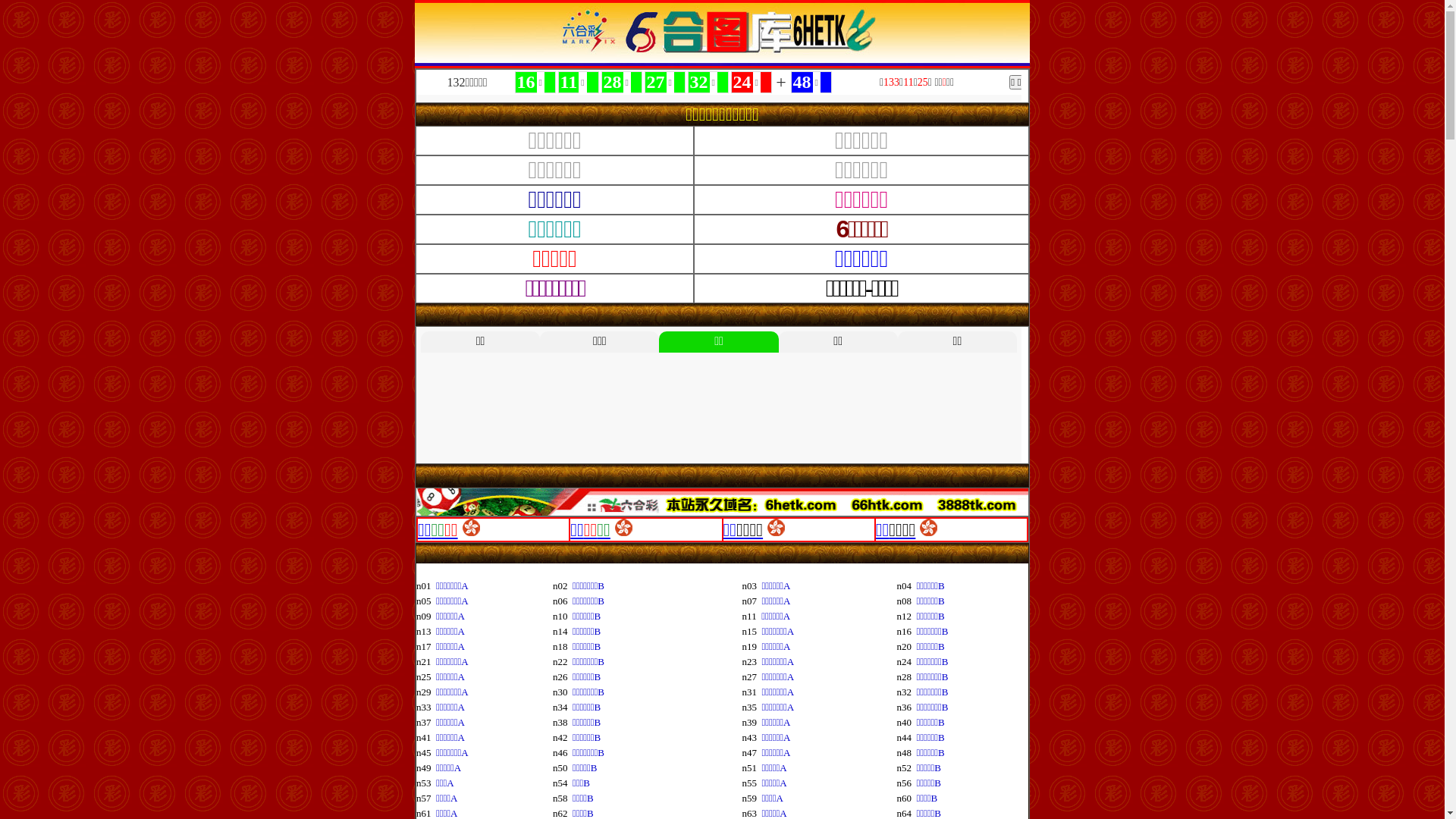 The width and height of the screenshot is (1456, 819). I want to click on 'n36 ', so click(906, 707).